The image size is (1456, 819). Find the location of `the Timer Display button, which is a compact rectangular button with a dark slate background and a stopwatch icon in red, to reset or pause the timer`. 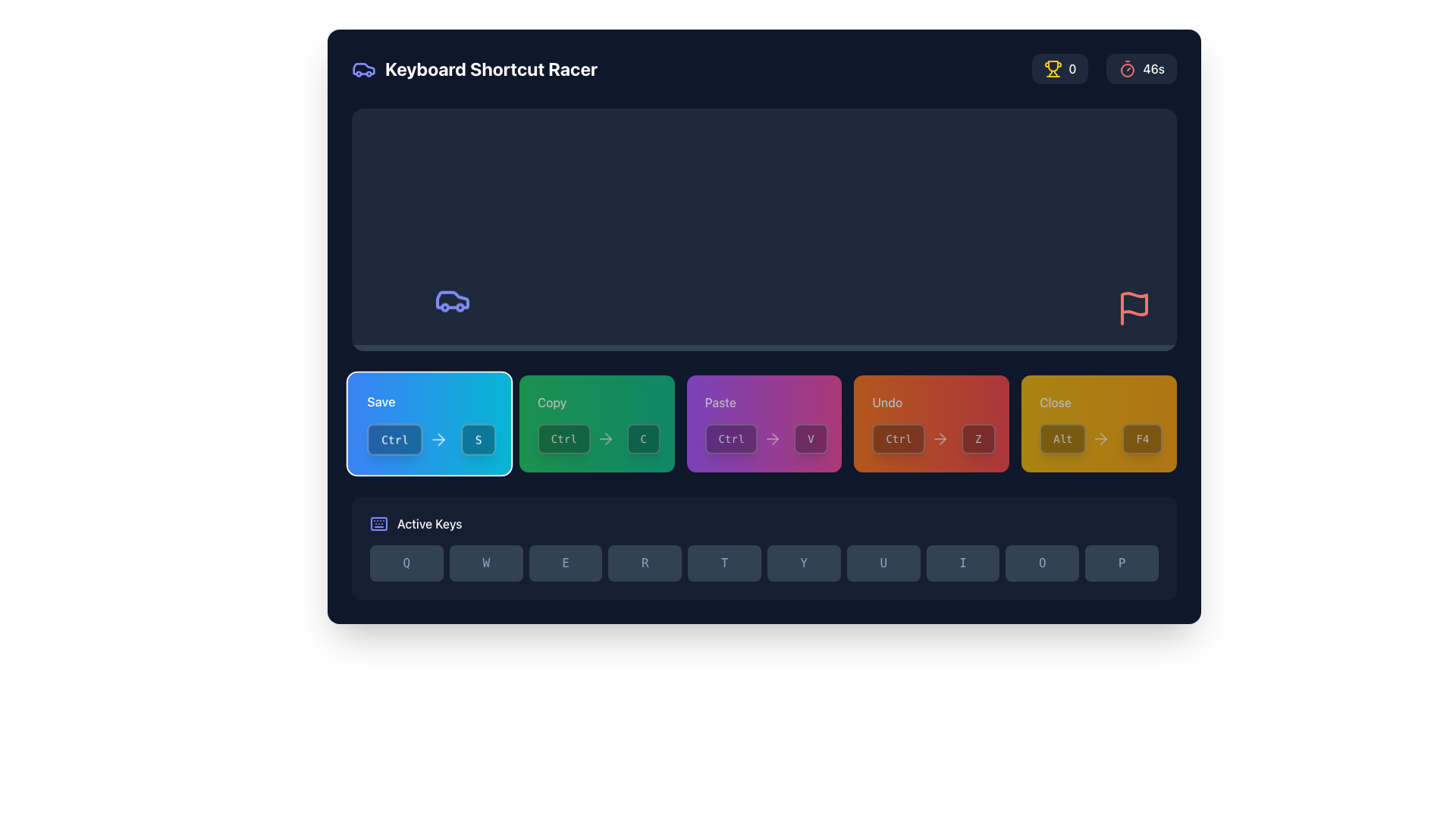

the Timer Display button, which is a compact rectangular button with a dark slate background and a stopwatch icon in red, to reset or pause the timer is located at coordinates (1141, 69).